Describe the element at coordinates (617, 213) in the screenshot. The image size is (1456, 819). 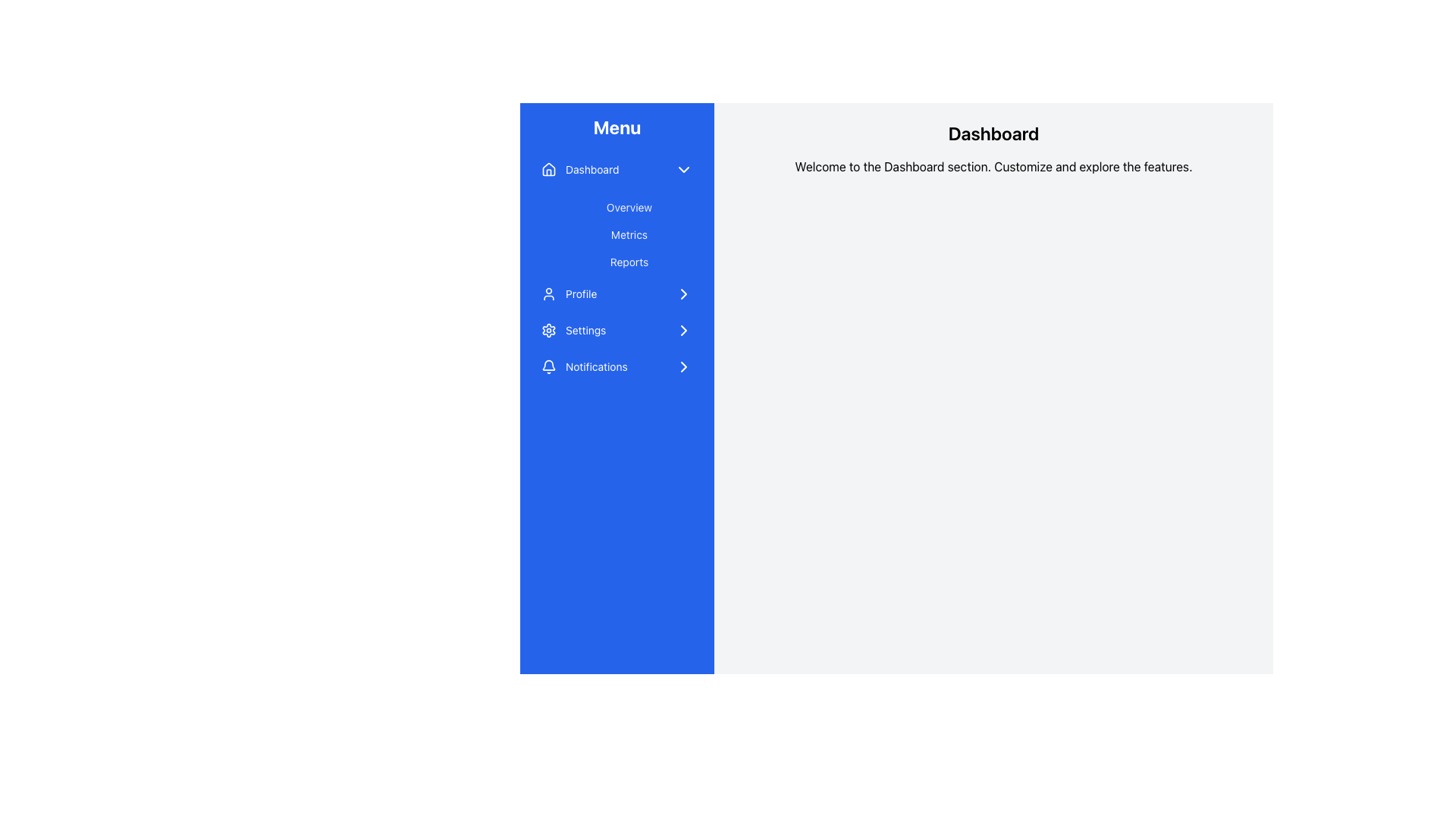
I see `the 'Overview' text button` at that location.